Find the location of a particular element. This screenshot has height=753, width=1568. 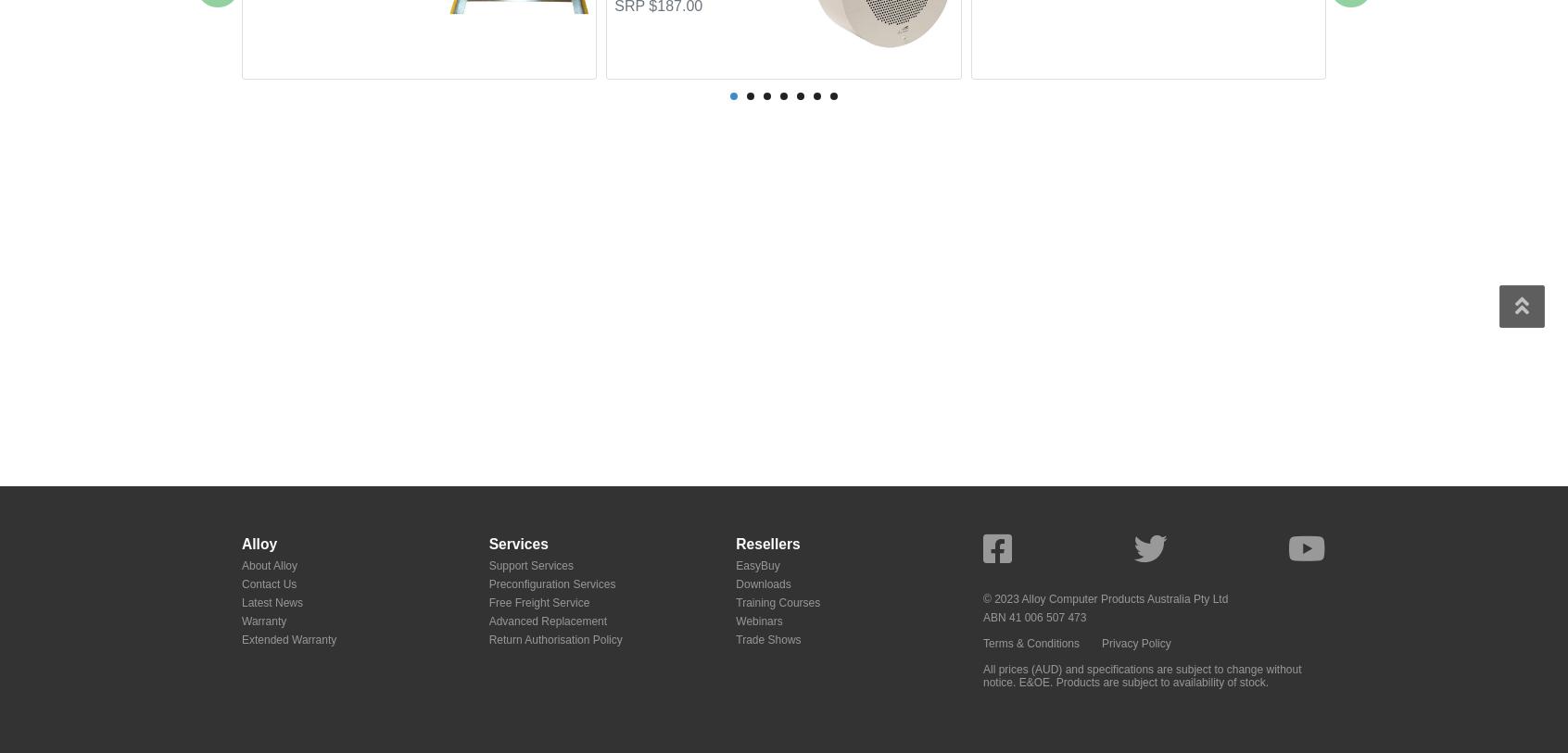

'EasyBuy' is located at coordinates (757, 564).